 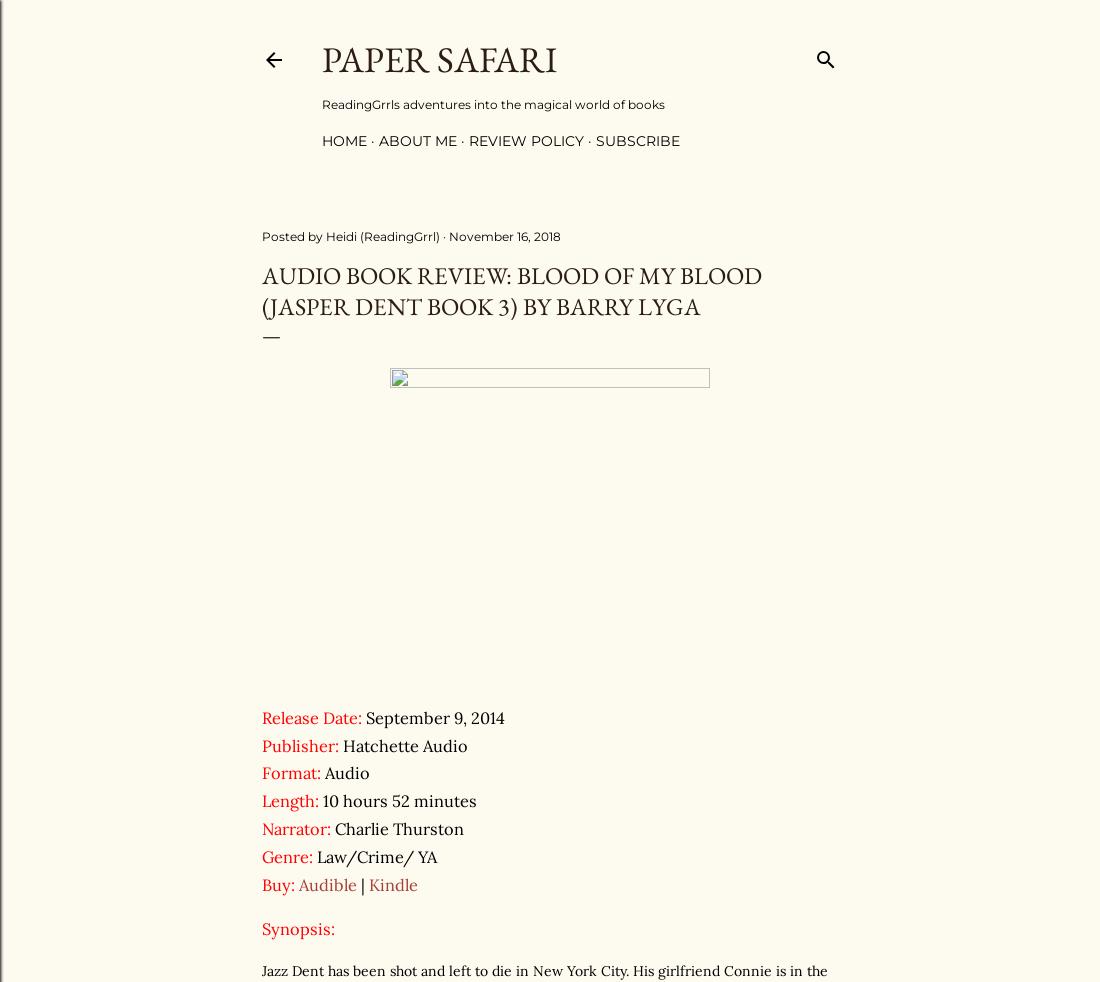 I want to click on 'Release Date:', so click(x=310, y=715).